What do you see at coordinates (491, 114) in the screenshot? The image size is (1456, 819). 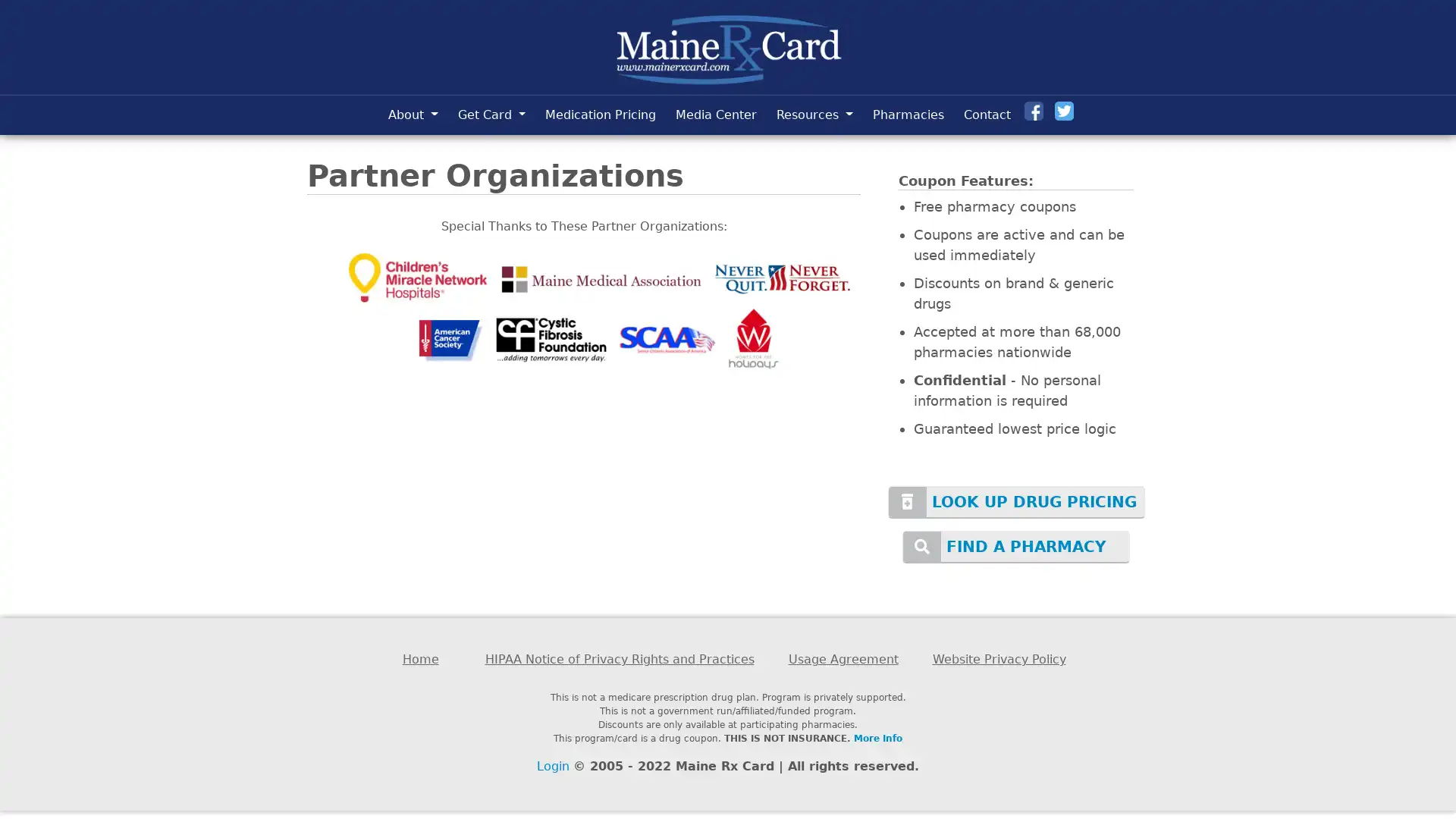 I see `Get Card` at bounding box center [491, 114].